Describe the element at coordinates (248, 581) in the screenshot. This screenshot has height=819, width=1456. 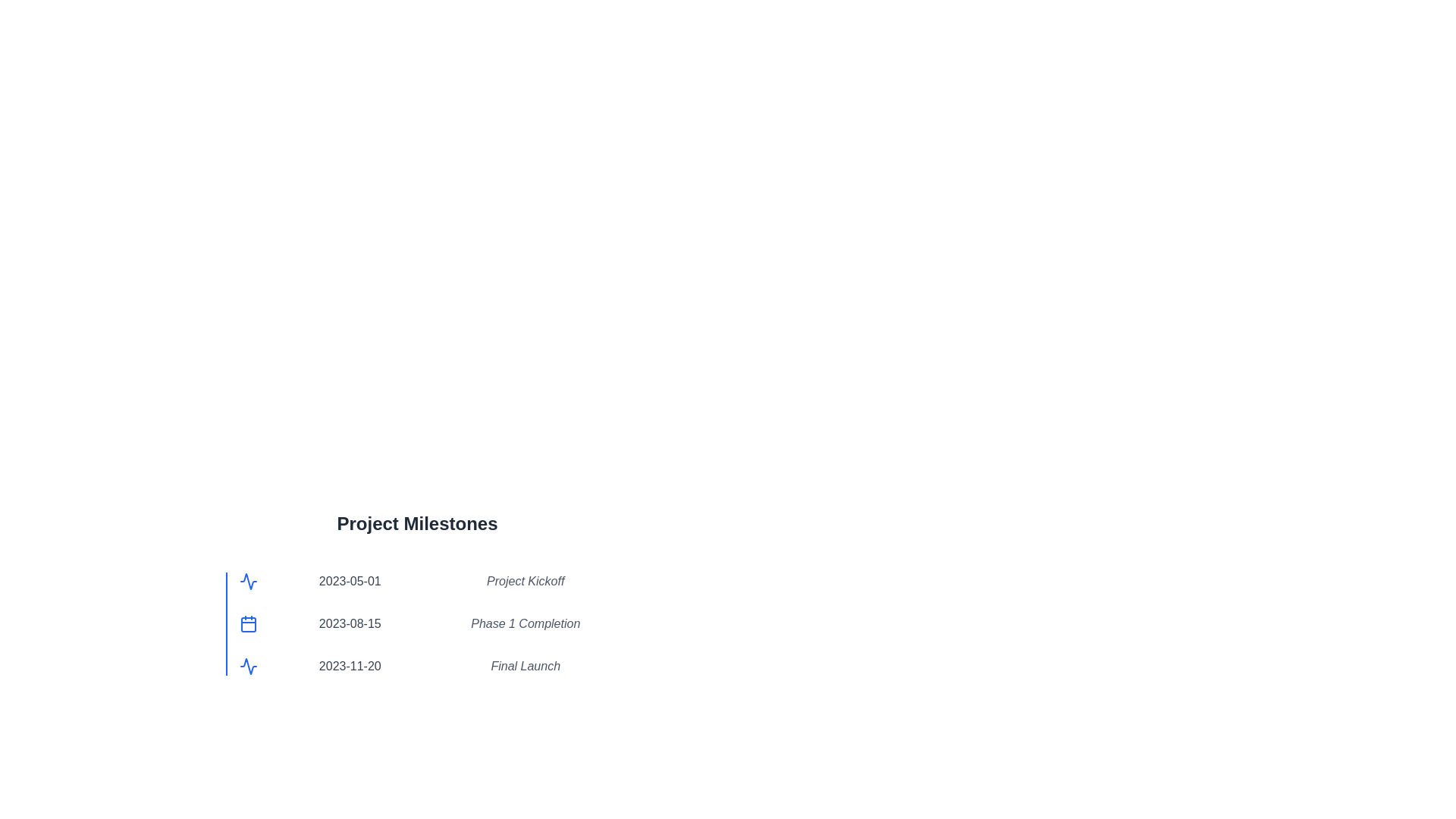
I see `small, blue zigzag icon that precedes the text '2023-05-01' and 'Project Kickoff' in the milestone list` at that location.